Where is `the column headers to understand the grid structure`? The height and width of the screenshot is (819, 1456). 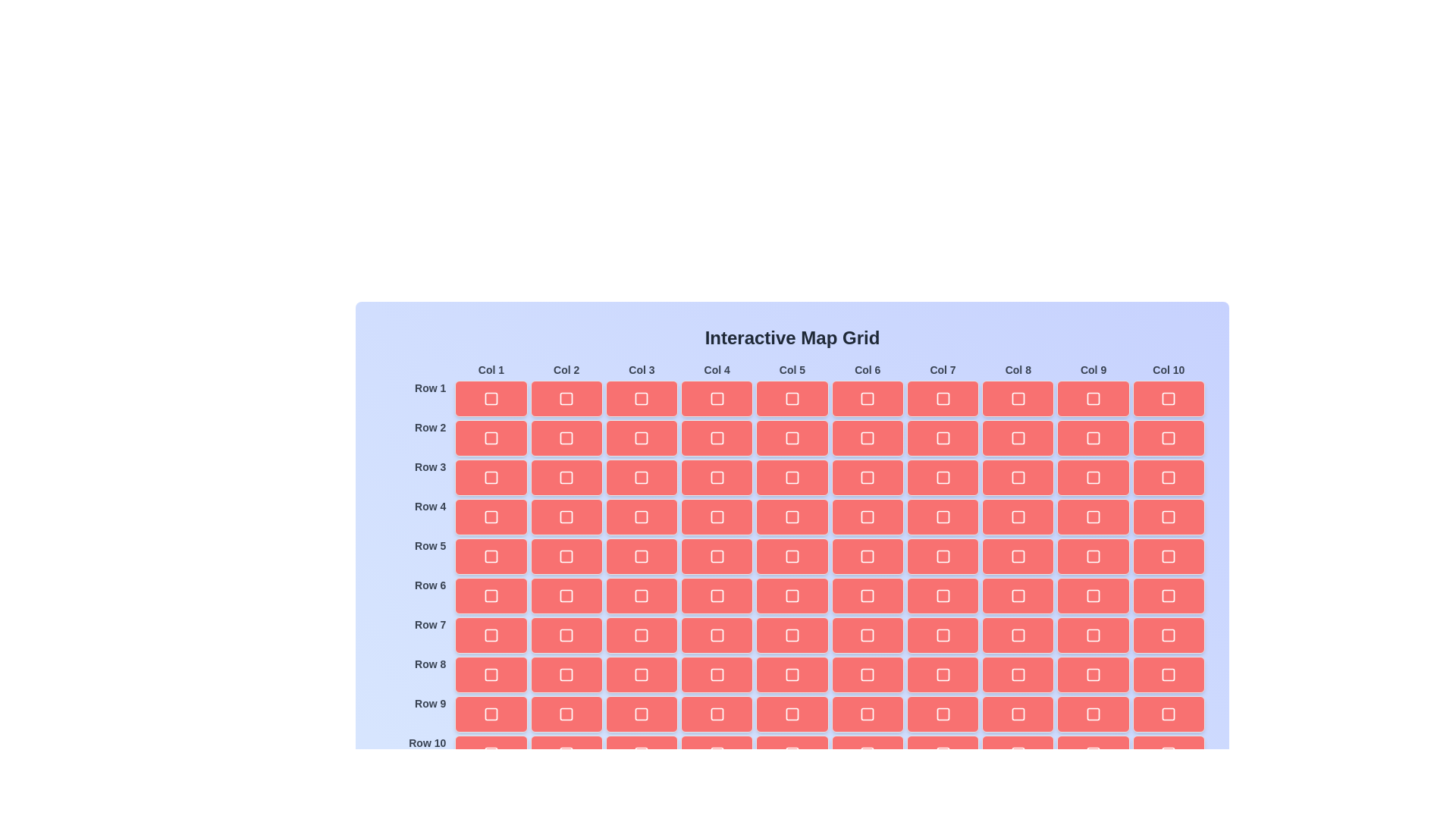 the column headers to understand the grid structure is located at coordinates (454, 362).